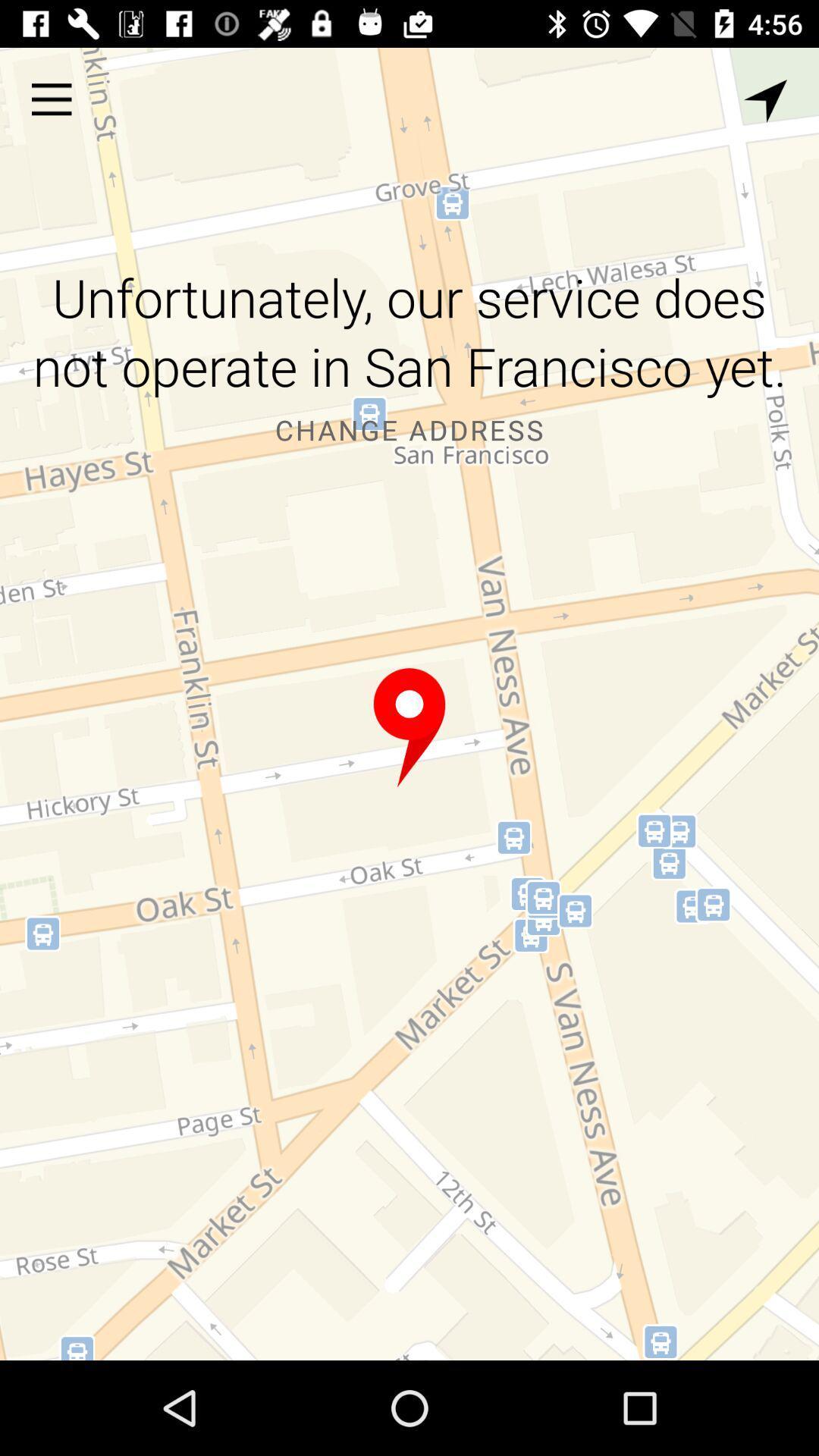 This screenshot has width=819, height=1456. Describe the element at coordinates (409, 728) in the screenshot. I see `open pin information` at that location.